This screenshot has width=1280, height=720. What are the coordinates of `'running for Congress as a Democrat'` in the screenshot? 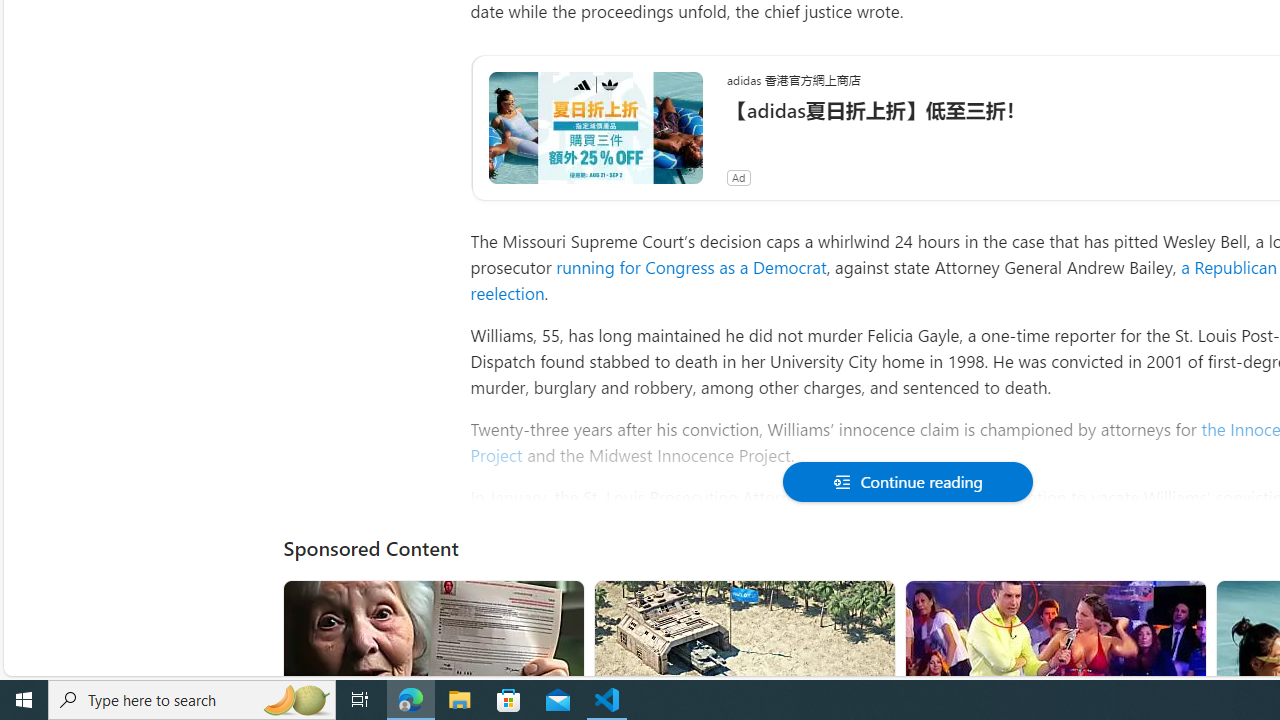 It's located at (691, 266).